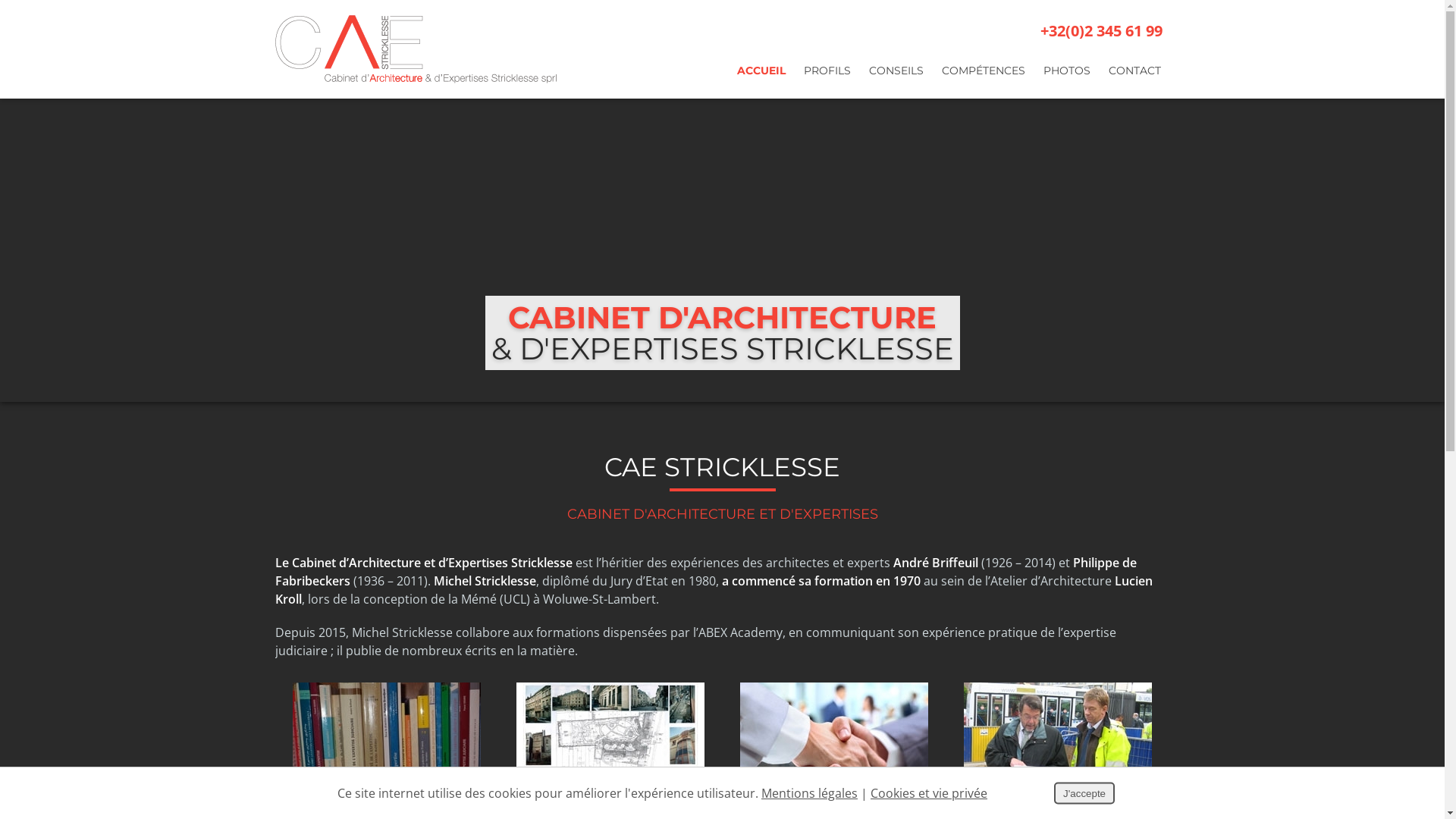 The height and width of the screenshot is (819, 1456). Describe the element at coordinates (1134, 74) in the screenshot. I see `'CONTACT'` at that location.